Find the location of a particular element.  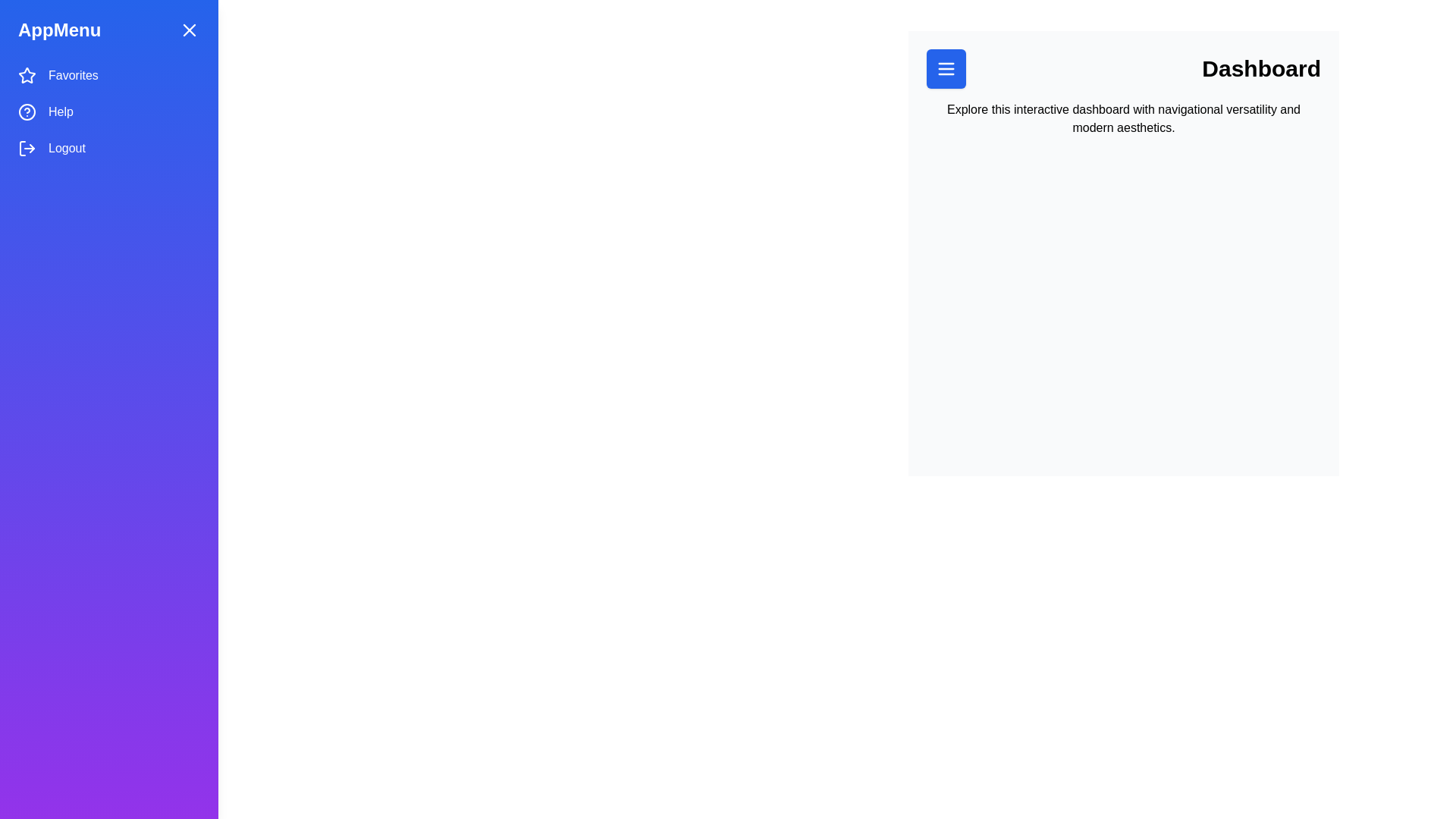

the blue star icon located at the top of the vertical menu, adjacent to the 'Favorites' label is located at coordinates (27, 75).